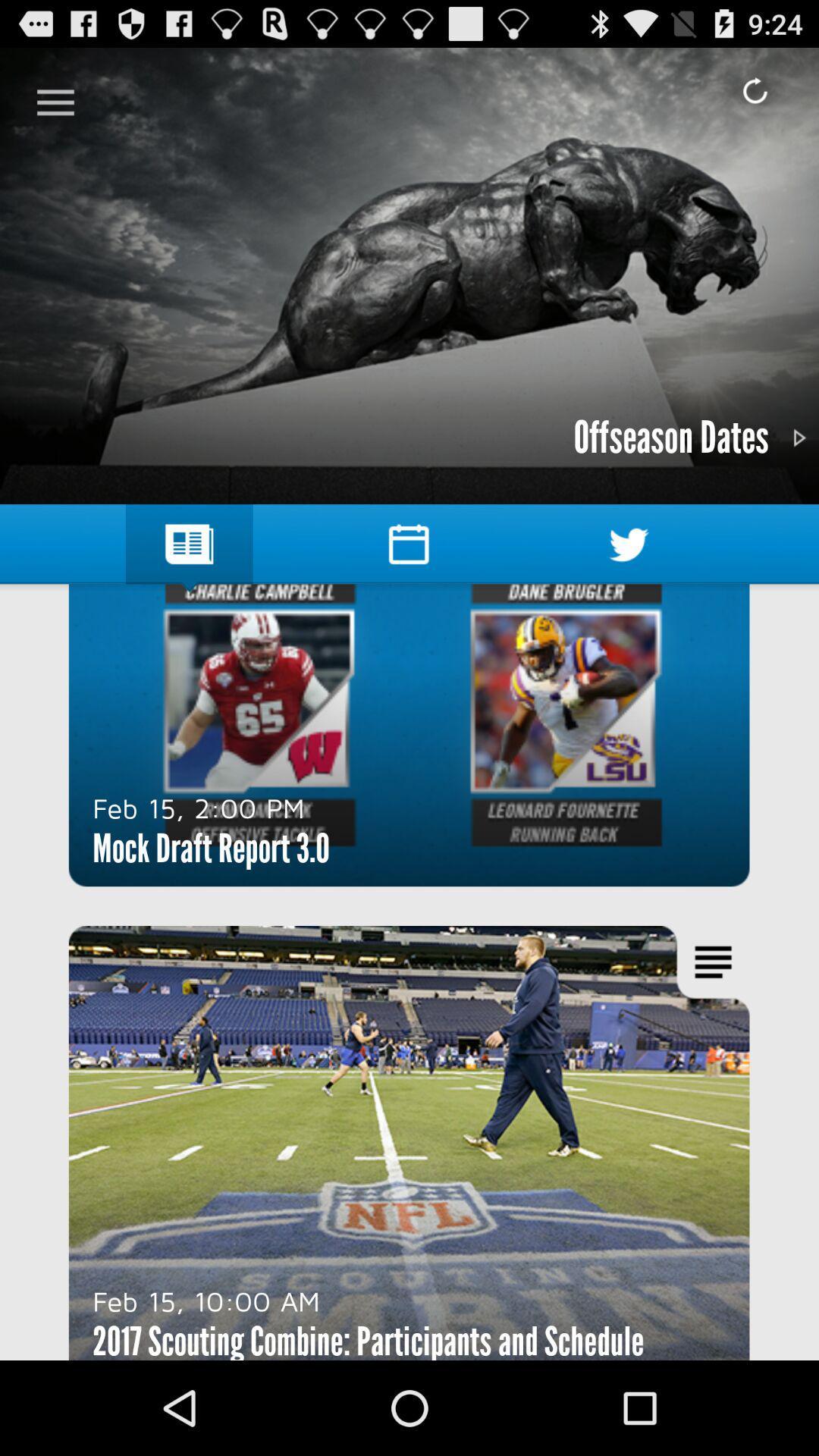  Describe the element at coordinates (409, 1143) in the screenshot. I see `the image present at bottom` at that location.